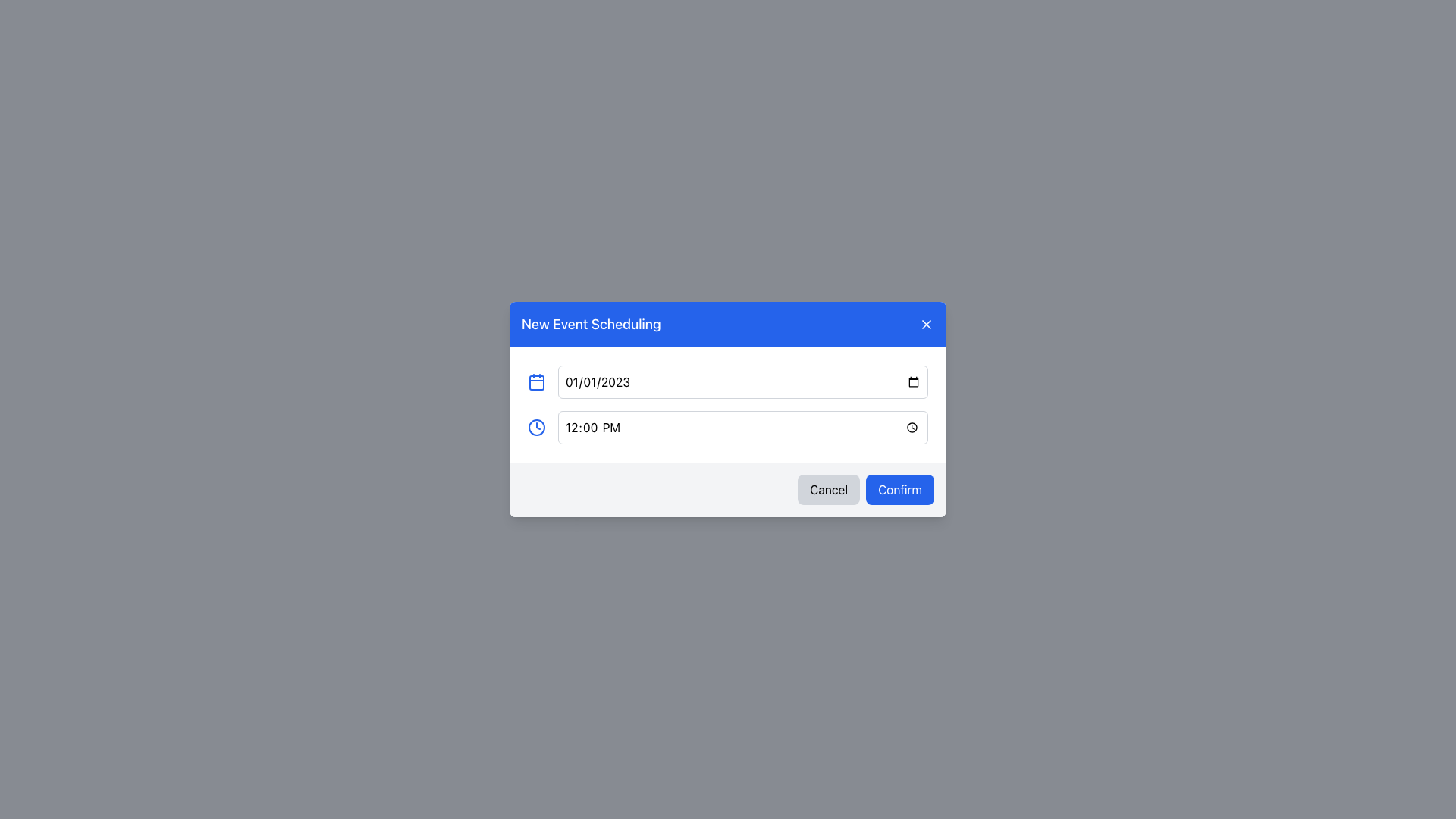 This screenshot has height=819, width=1456. Describe the element at coordinates (926, 324) in the screenshot. I see `the close button icon shaped like an 'X' located in the top-right corner of the blue header bar with the text 'New Event Scheduling'` at that location.